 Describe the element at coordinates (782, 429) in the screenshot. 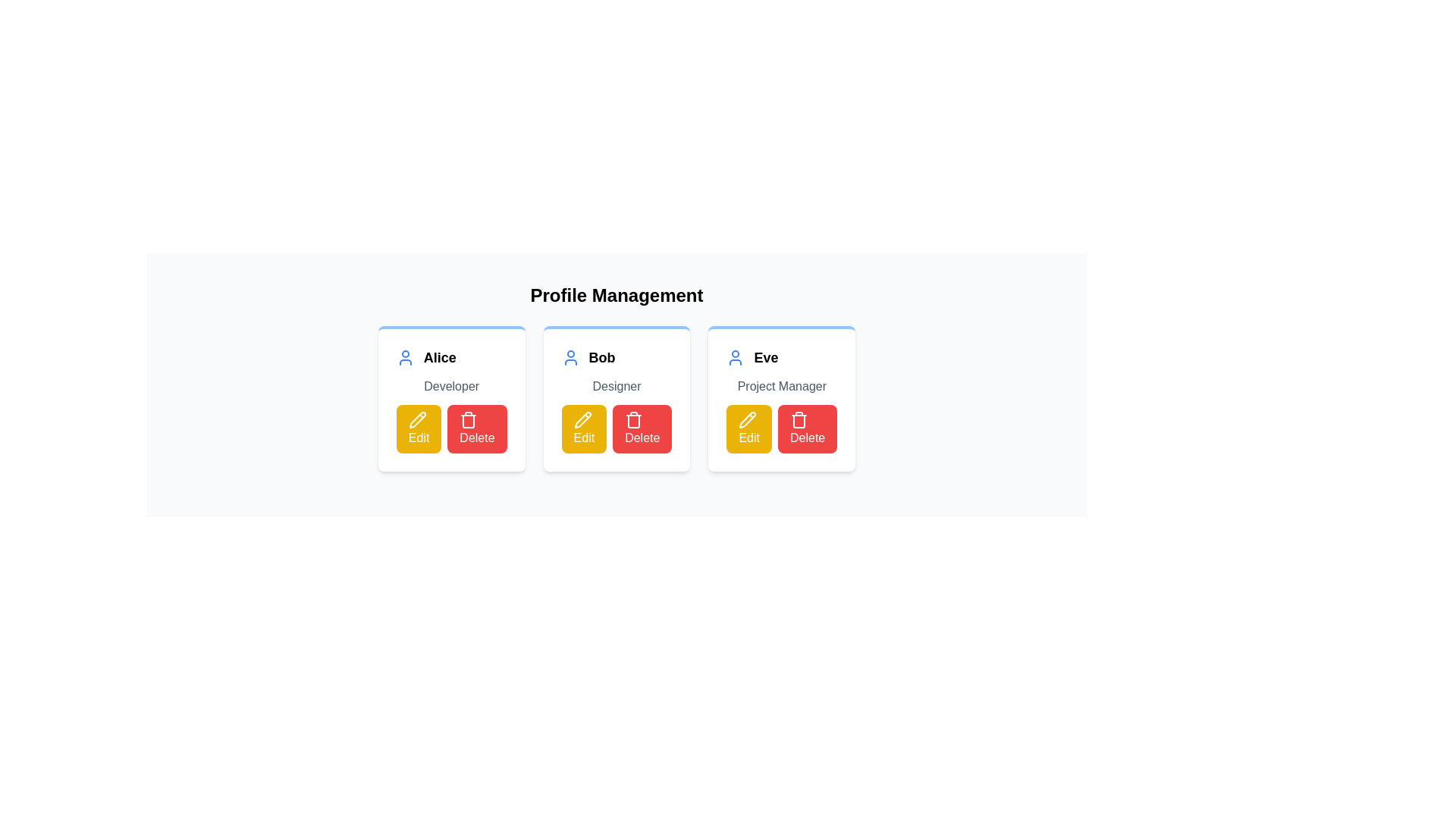

I see `the 'Edit' button in the button group for 'Eve - Project Manager' to enter edit mode` at that location.